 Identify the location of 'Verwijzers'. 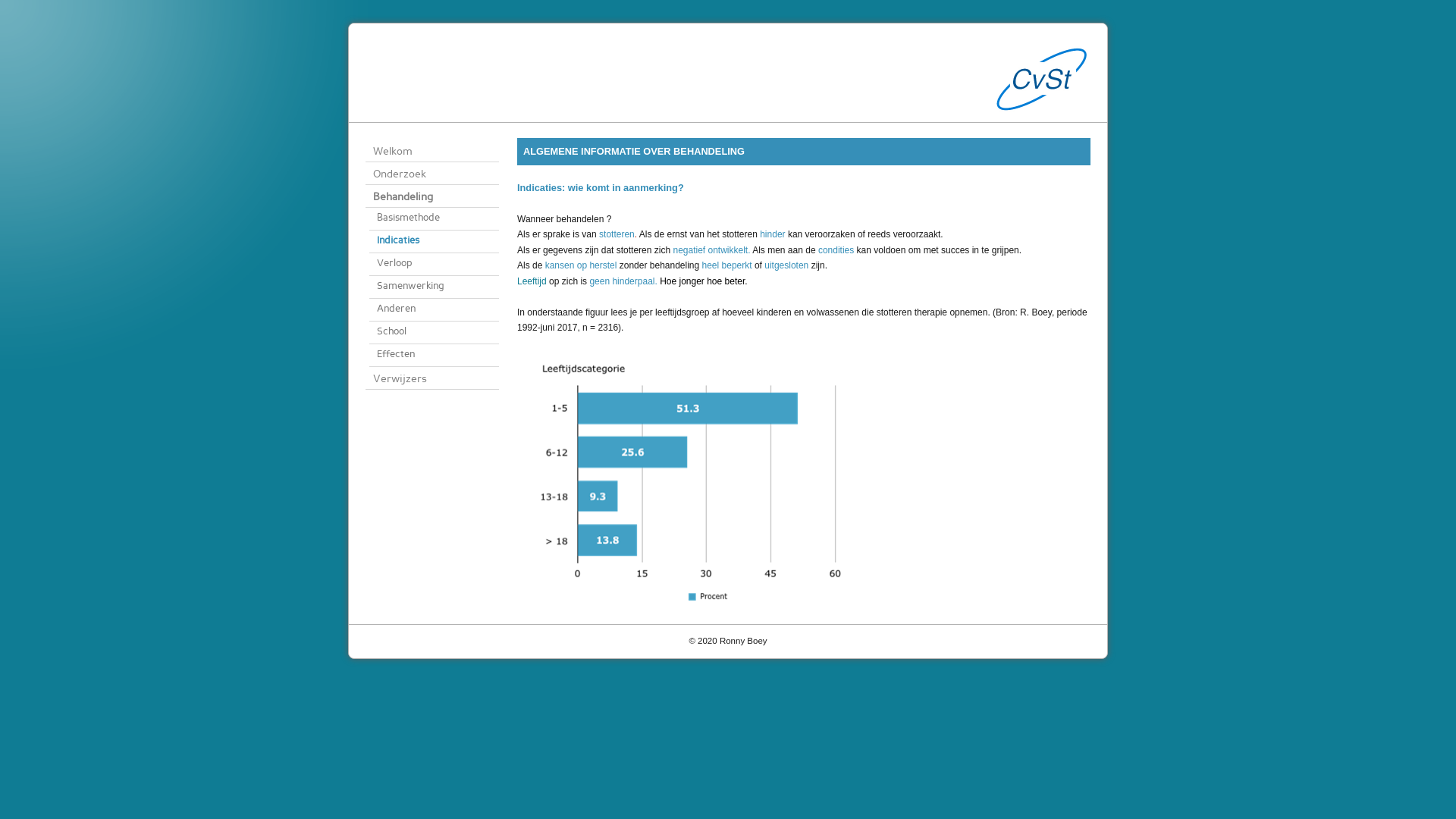
(365, 377).